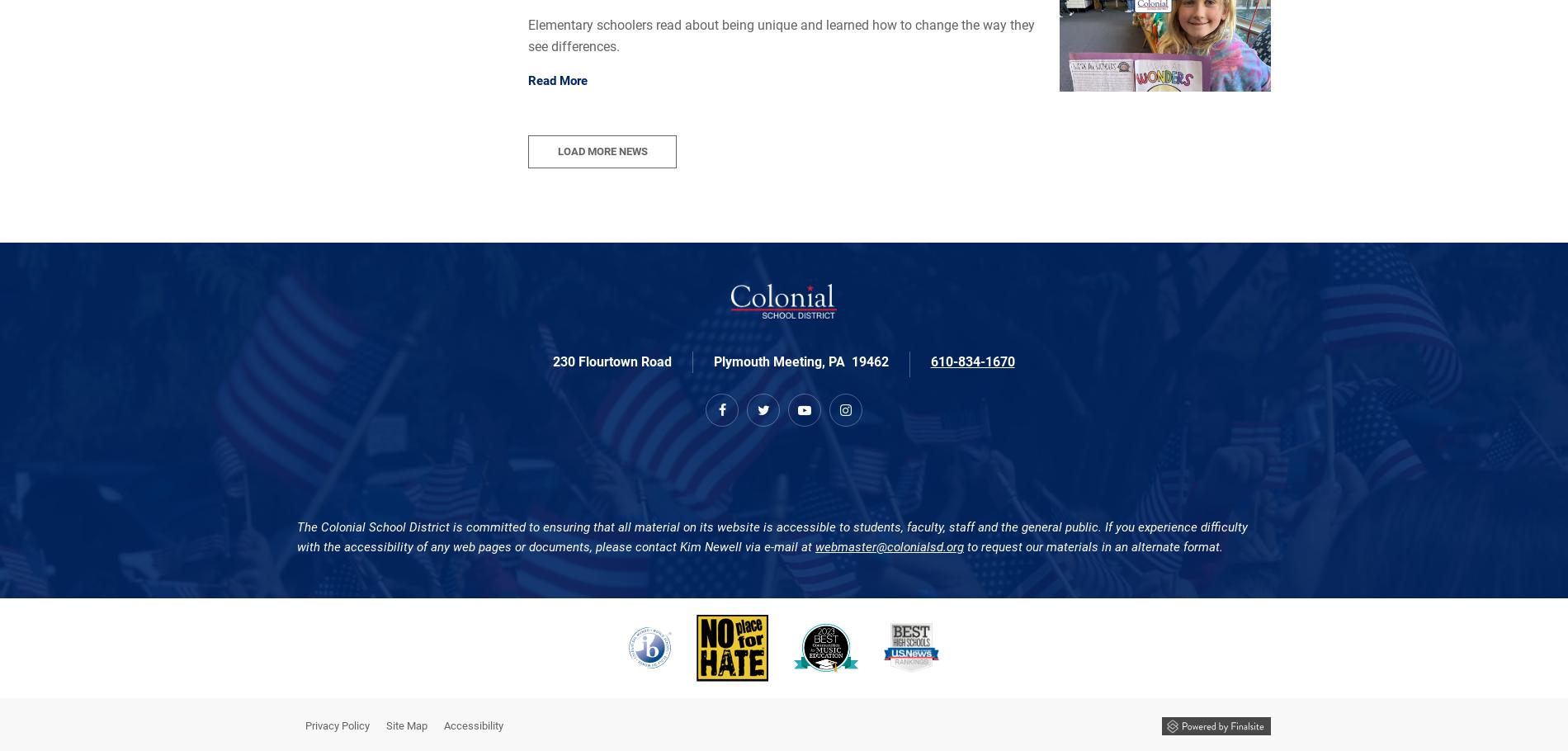 The image size is (1568, 751). Describe the element at coordinates (890, 546) in the screenshot. I see `'webmaster@colonialsd.org'` at that location.